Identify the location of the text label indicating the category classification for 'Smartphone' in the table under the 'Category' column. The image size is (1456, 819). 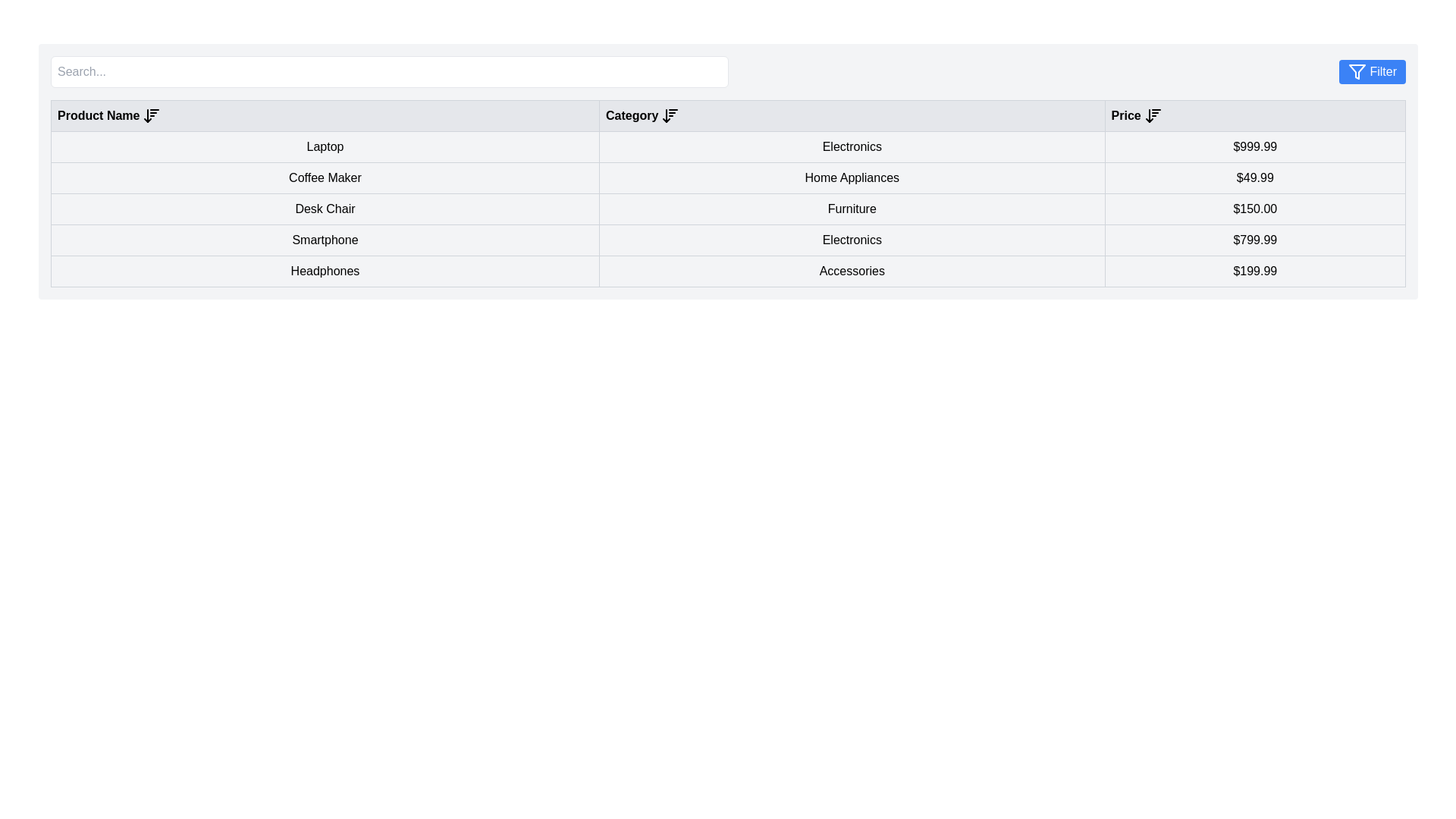
(852, 239).